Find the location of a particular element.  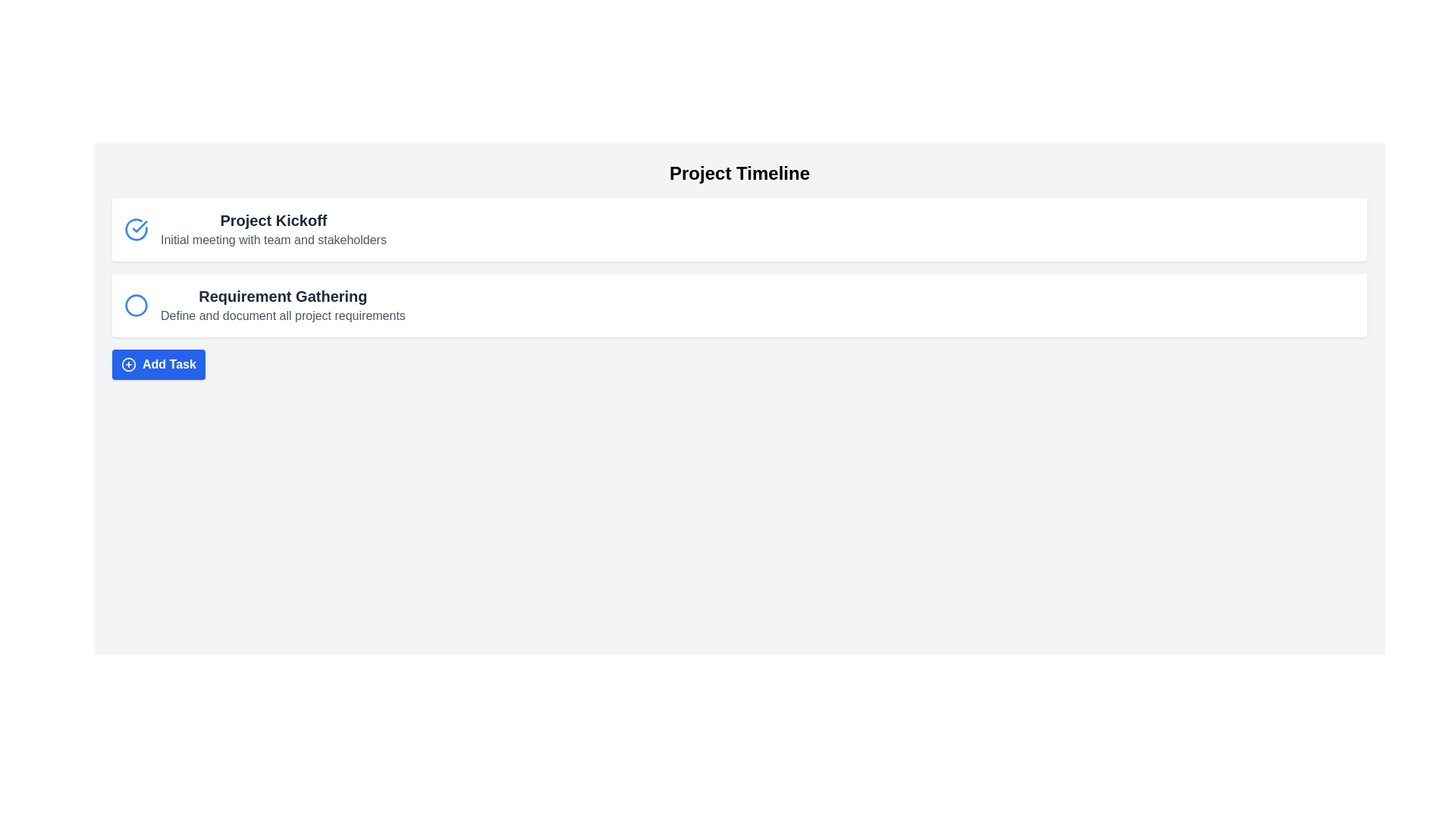

the Text Item representing the task title and subtext located below the 'Project Timeline' header in the project management interface is located at coordinates (273, 230).